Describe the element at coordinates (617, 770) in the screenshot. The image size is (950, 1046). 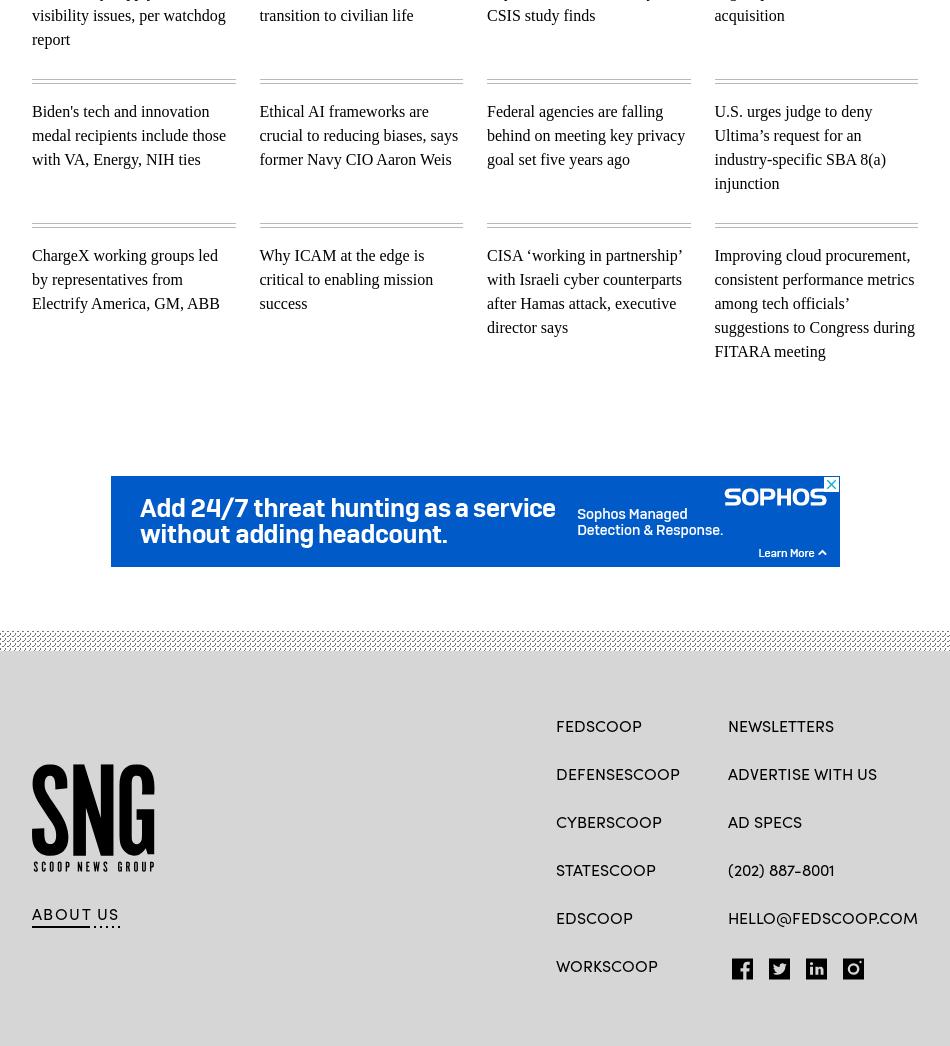
I see `'DefenseScoop'` at that location.